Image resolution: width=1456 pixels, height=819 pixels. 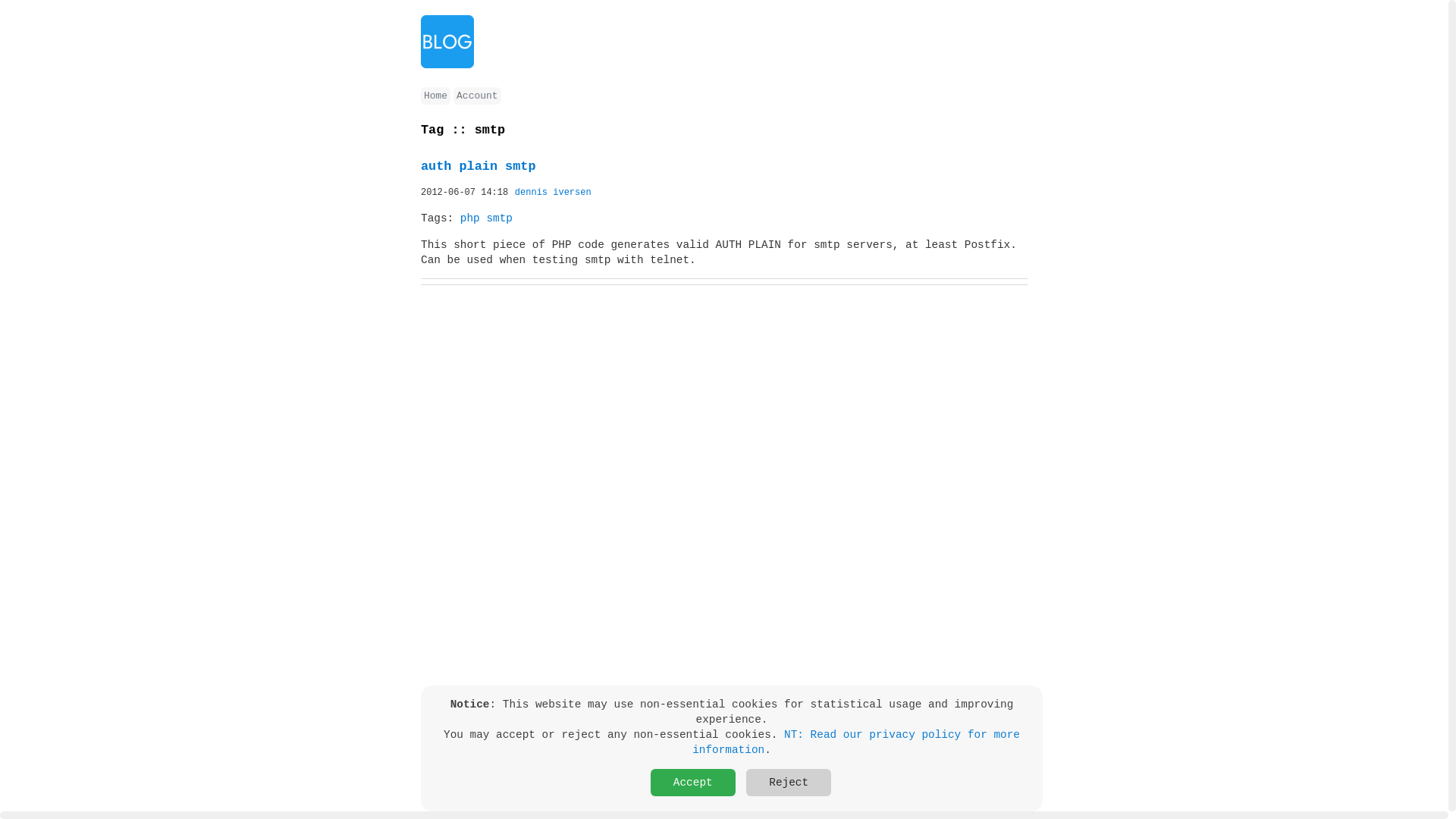 I want to click on 'Home', so click(x=421, y=96).